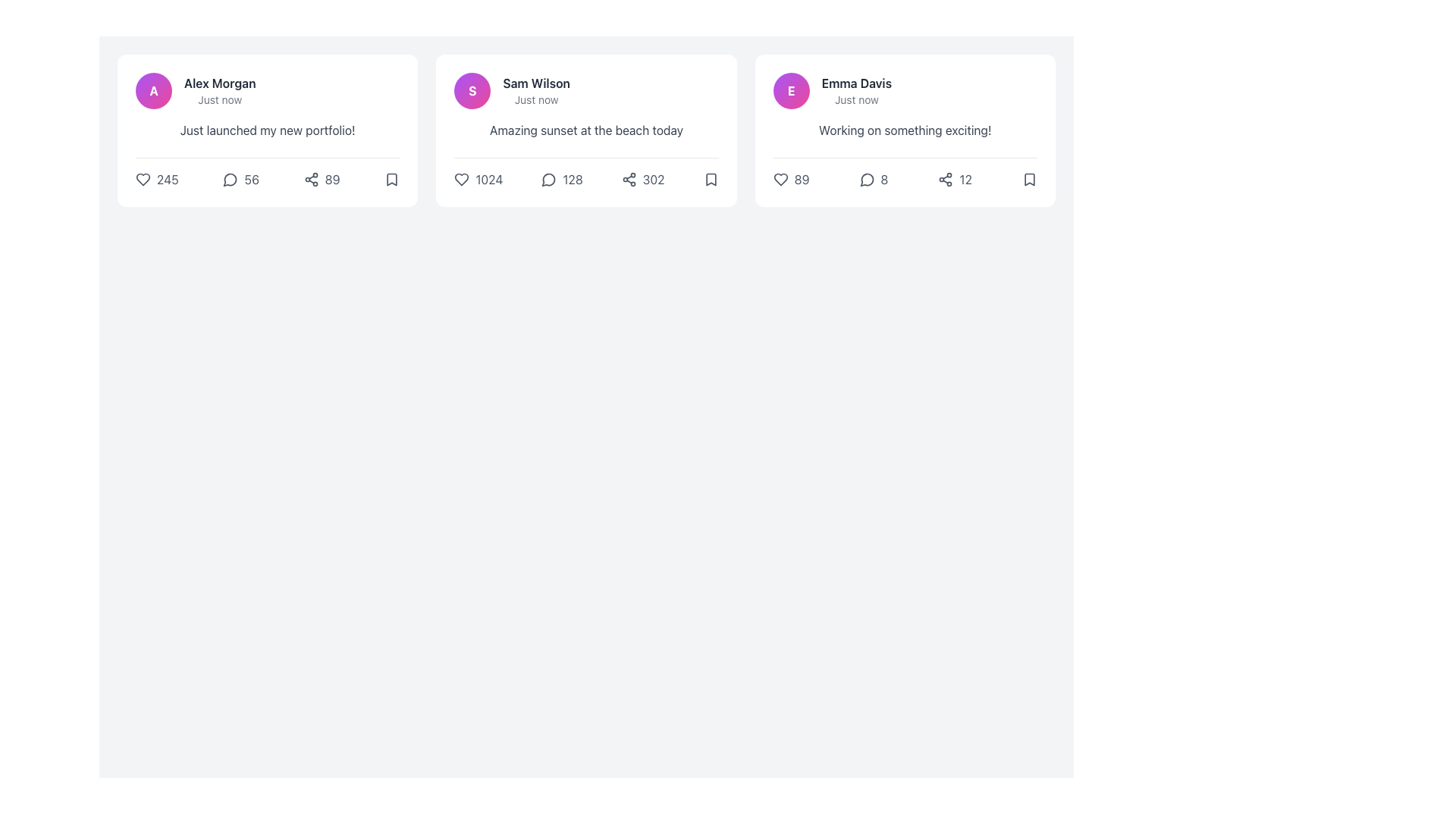 The height and width of the screenshot is (819, 1456). Describe the element at coordinates (548, 179) in the screenshot. I see `the speech bubble icon representing comments` at that location.